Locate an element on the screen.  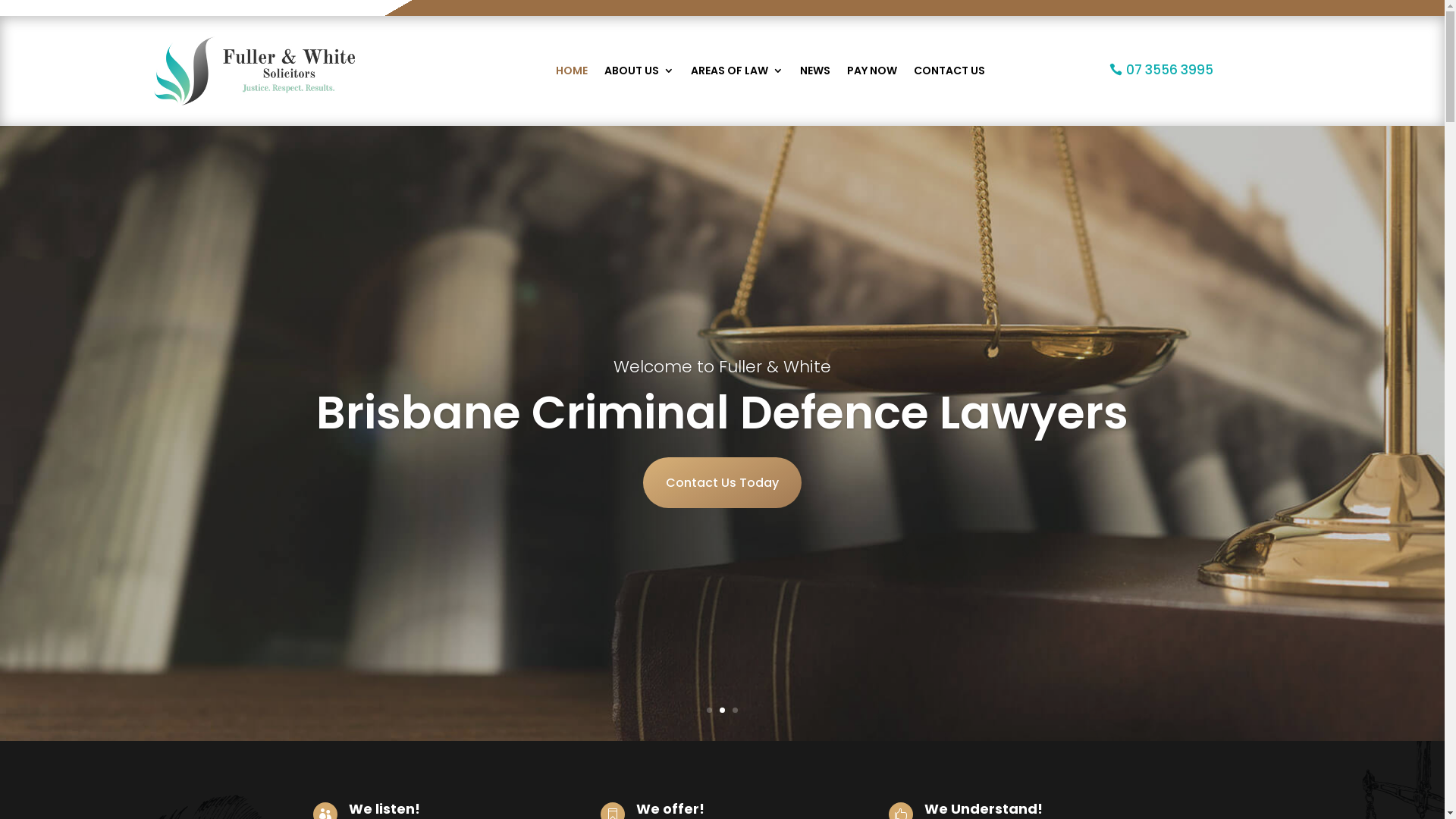
'HOME' is located at coordinates (570, 71).